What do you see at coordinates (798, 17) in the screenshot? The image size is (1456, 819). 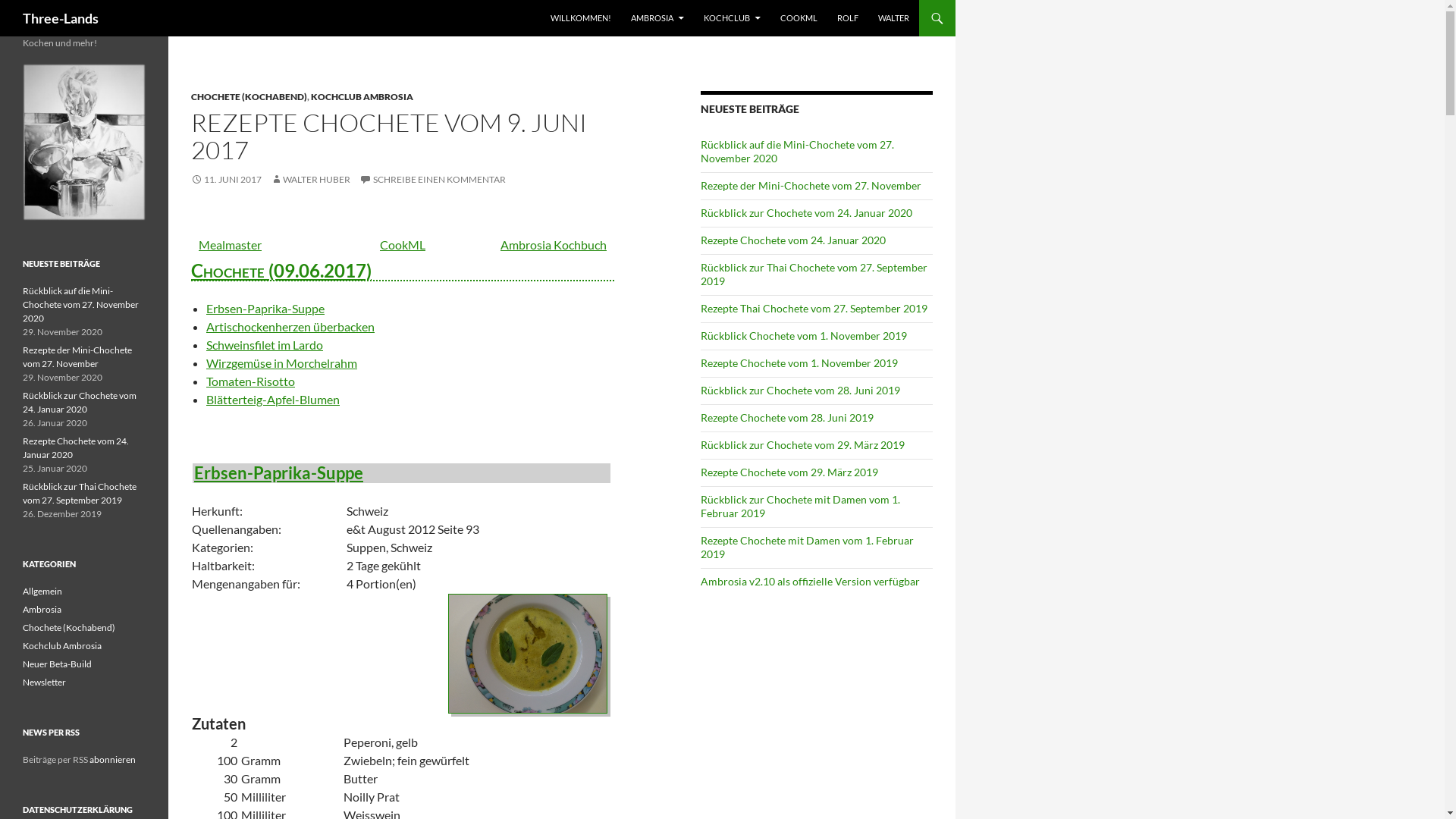 I see `'COOKML'` at bounding box center [798, 17].